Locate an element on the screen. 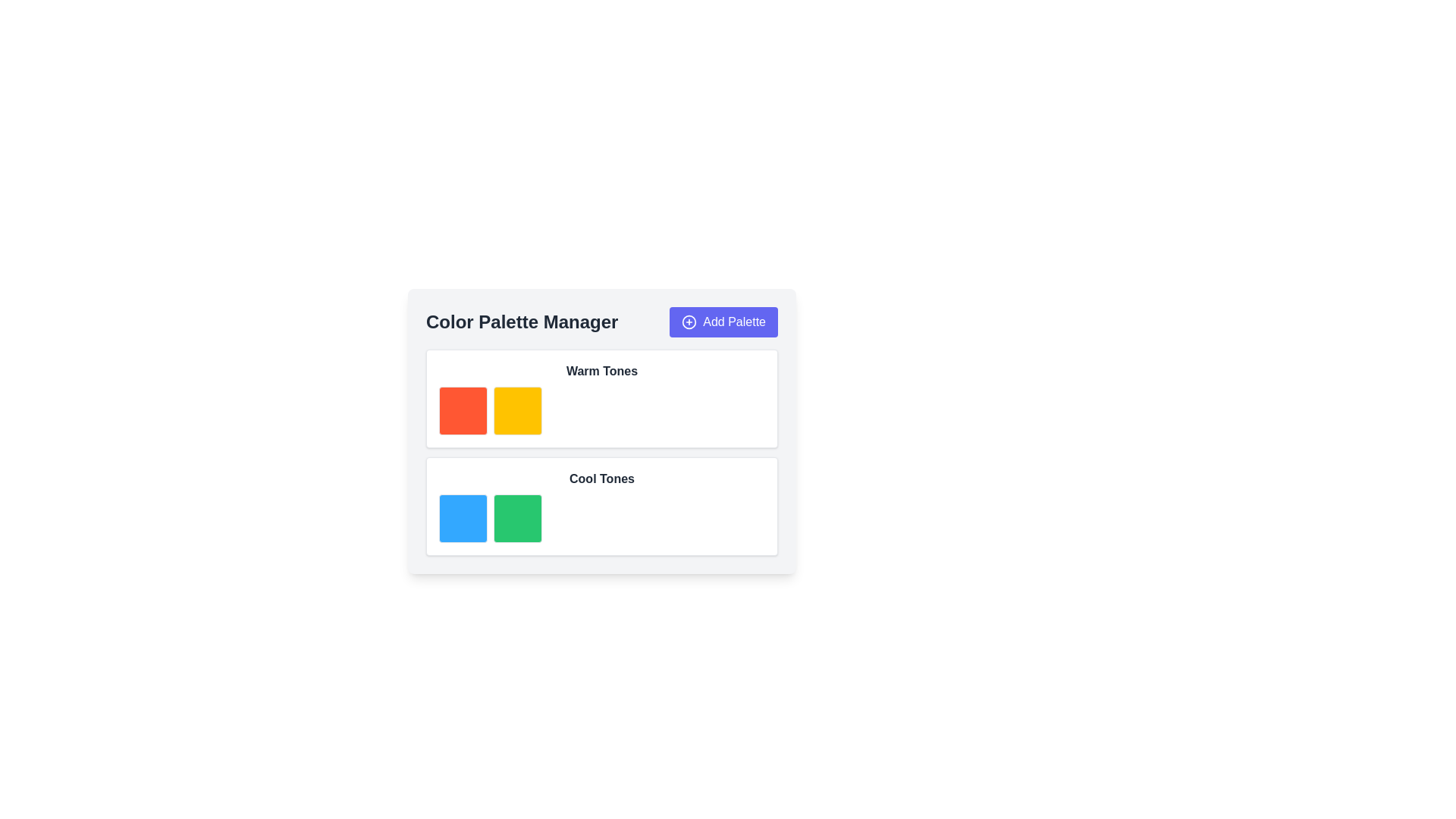 The width and height of the screenshot is (1456, 819). the icon indicating the 'Add Palette' button located in the top-right corner of the application layout is located at coordinates (689, 321).